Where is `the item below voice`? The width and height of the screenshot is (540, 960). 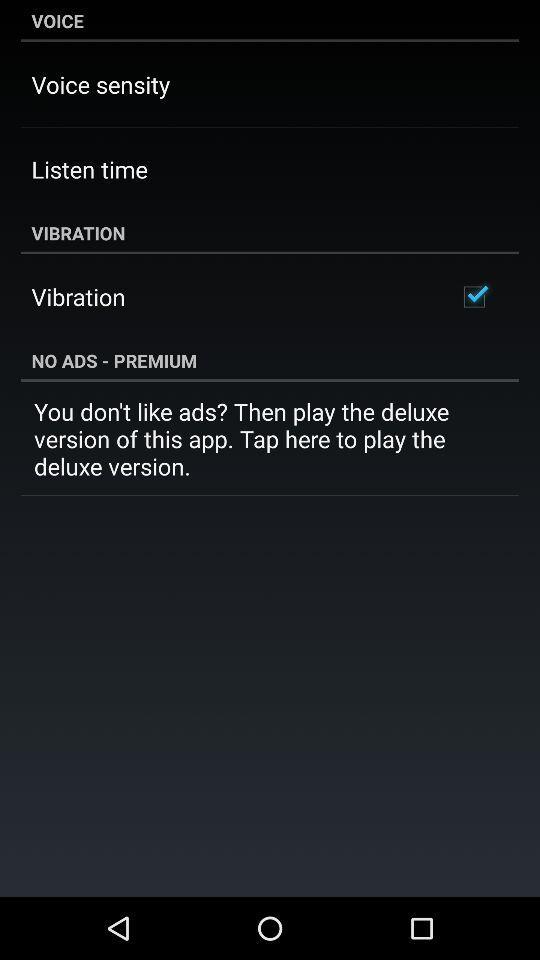 the item below voice is located at coordinates (99, 84).